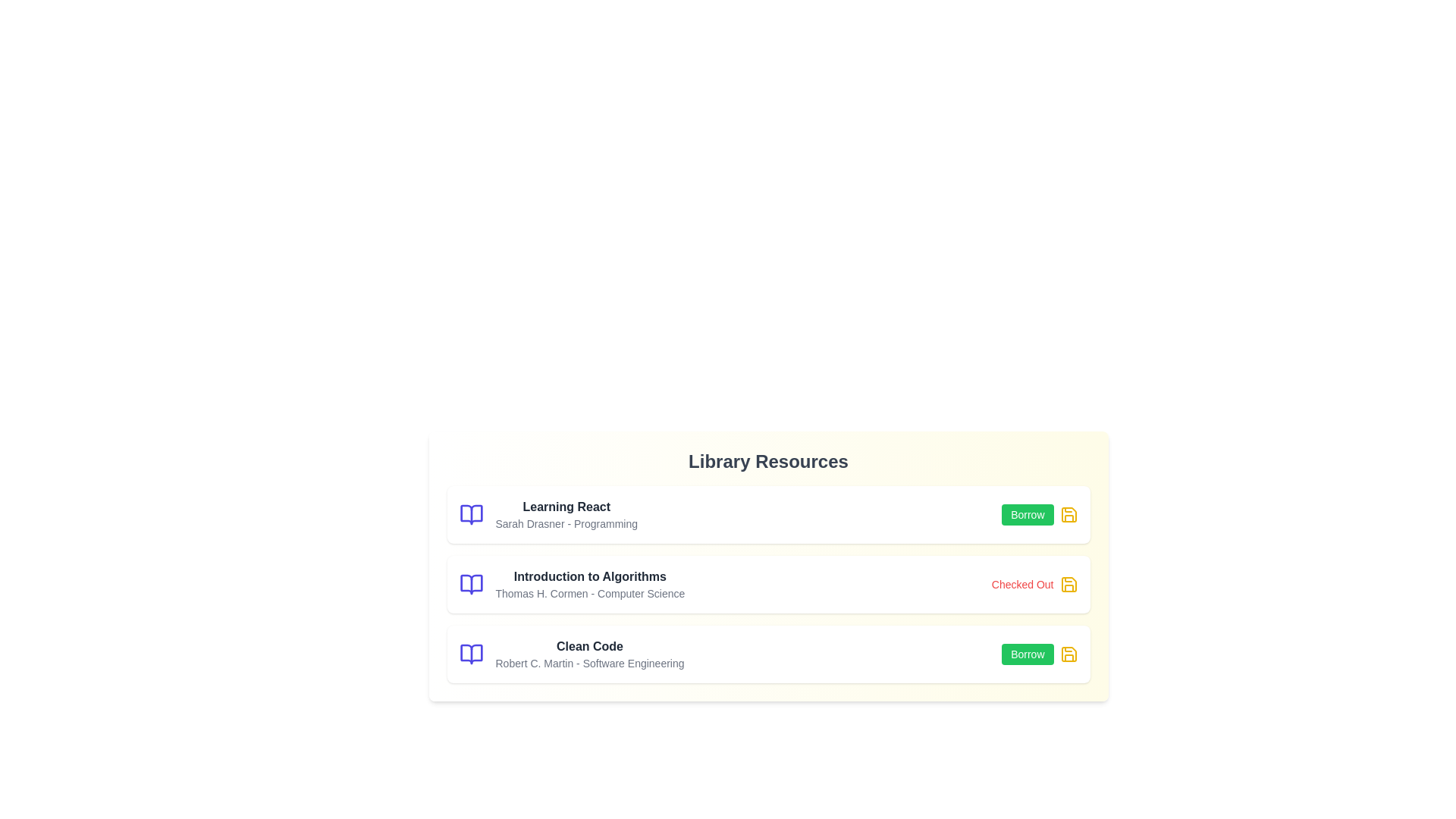 The height and width of the screenshot is (819, 1456). Describe the element at coordinates (1068, 513) in the screenshot. I see `'Save' icon for the resource titled 'Learning React'` at that location.